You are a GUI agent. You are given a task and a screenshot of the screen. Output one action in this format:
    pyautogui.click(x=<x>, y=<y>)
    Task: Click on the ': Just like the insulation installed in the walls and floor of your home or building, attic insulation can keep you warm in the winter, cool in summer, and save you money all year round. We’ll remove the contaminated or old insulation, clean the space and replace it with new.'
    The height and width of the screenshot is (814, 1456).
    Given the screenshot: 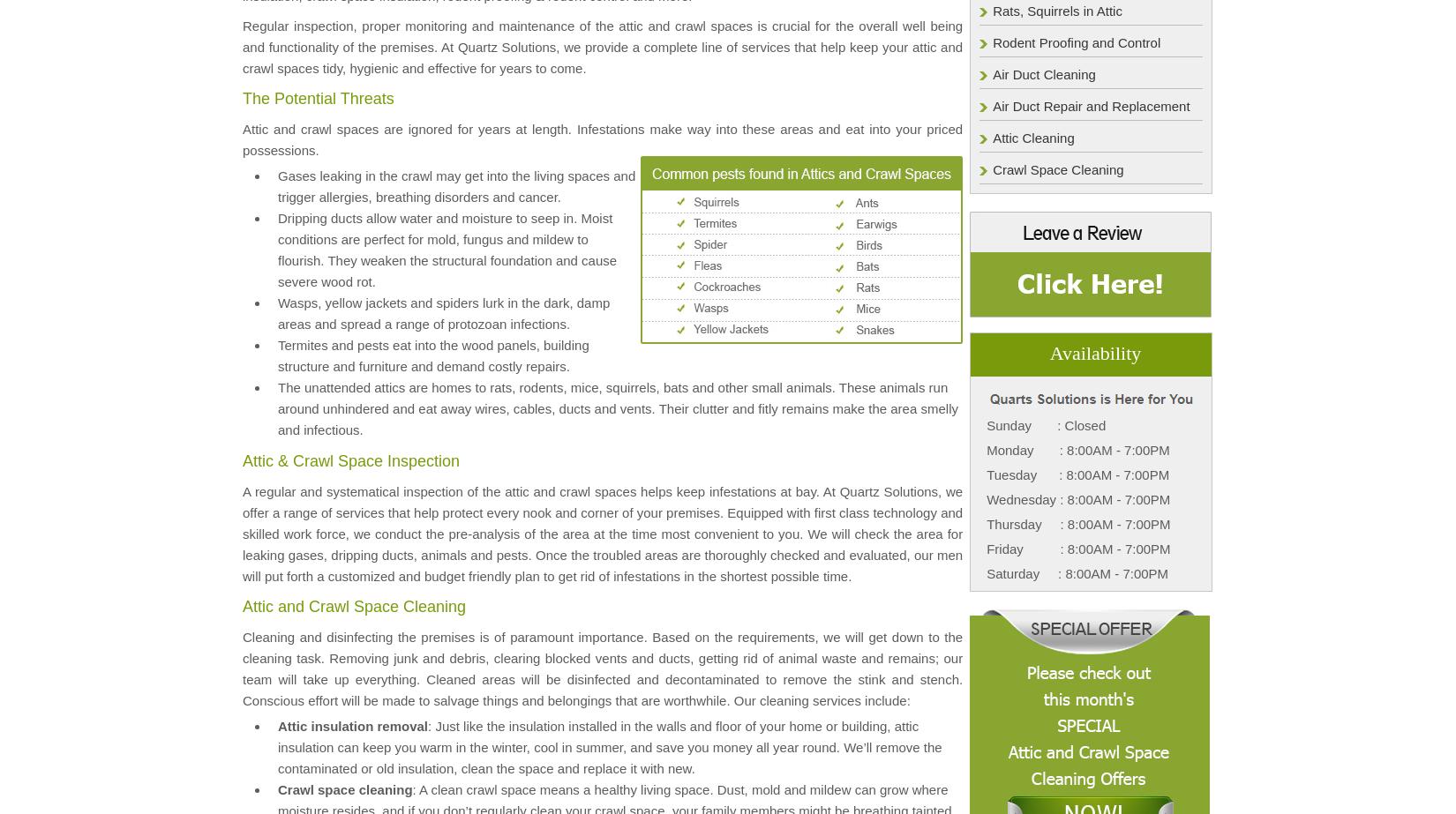 What is the action you would take?
    pyautogui.click(x=609, y=746)
    